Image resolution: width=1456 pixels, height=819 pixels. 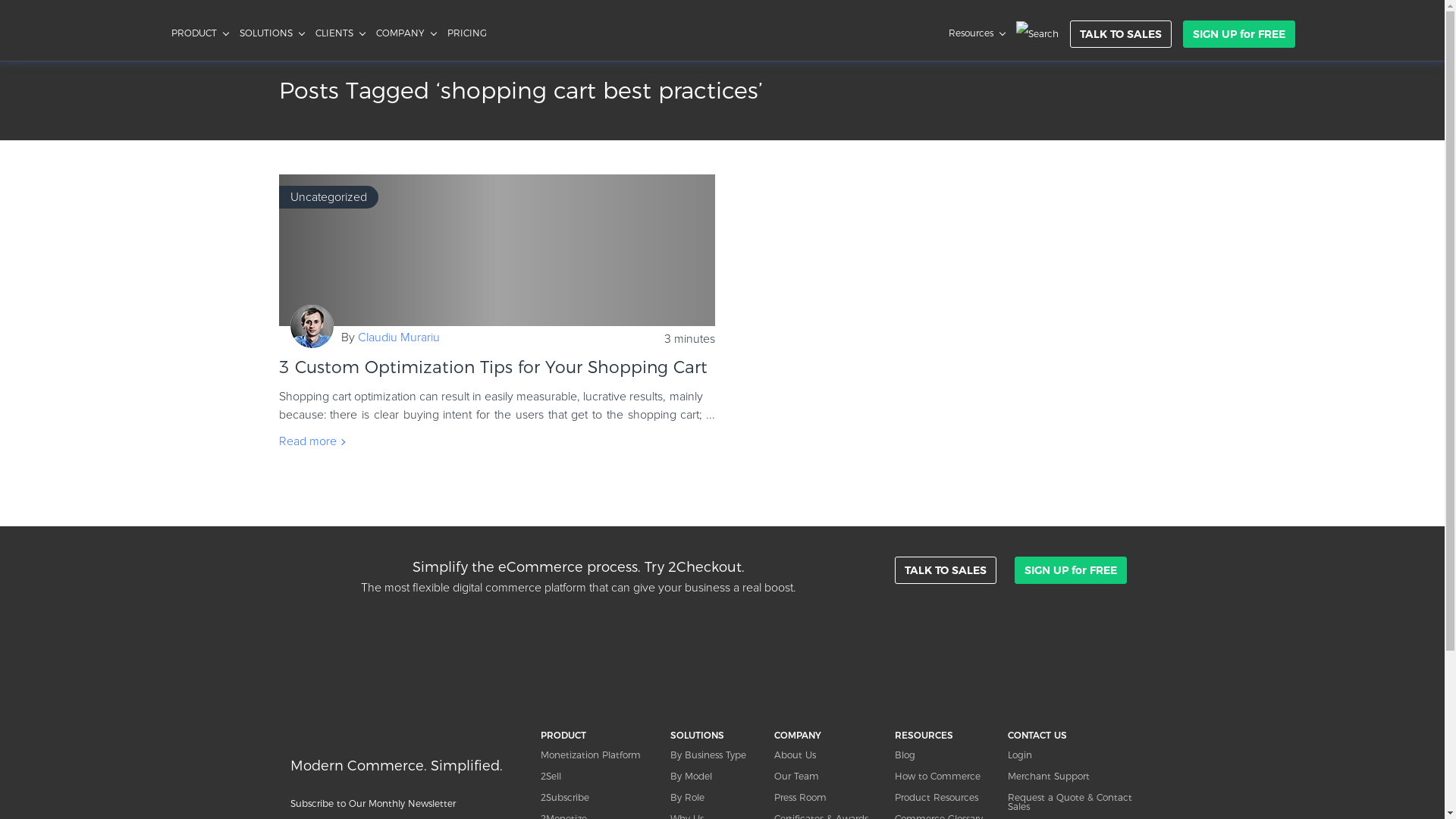 I want to click on 'COMPANY', so click(x=825, y=734).